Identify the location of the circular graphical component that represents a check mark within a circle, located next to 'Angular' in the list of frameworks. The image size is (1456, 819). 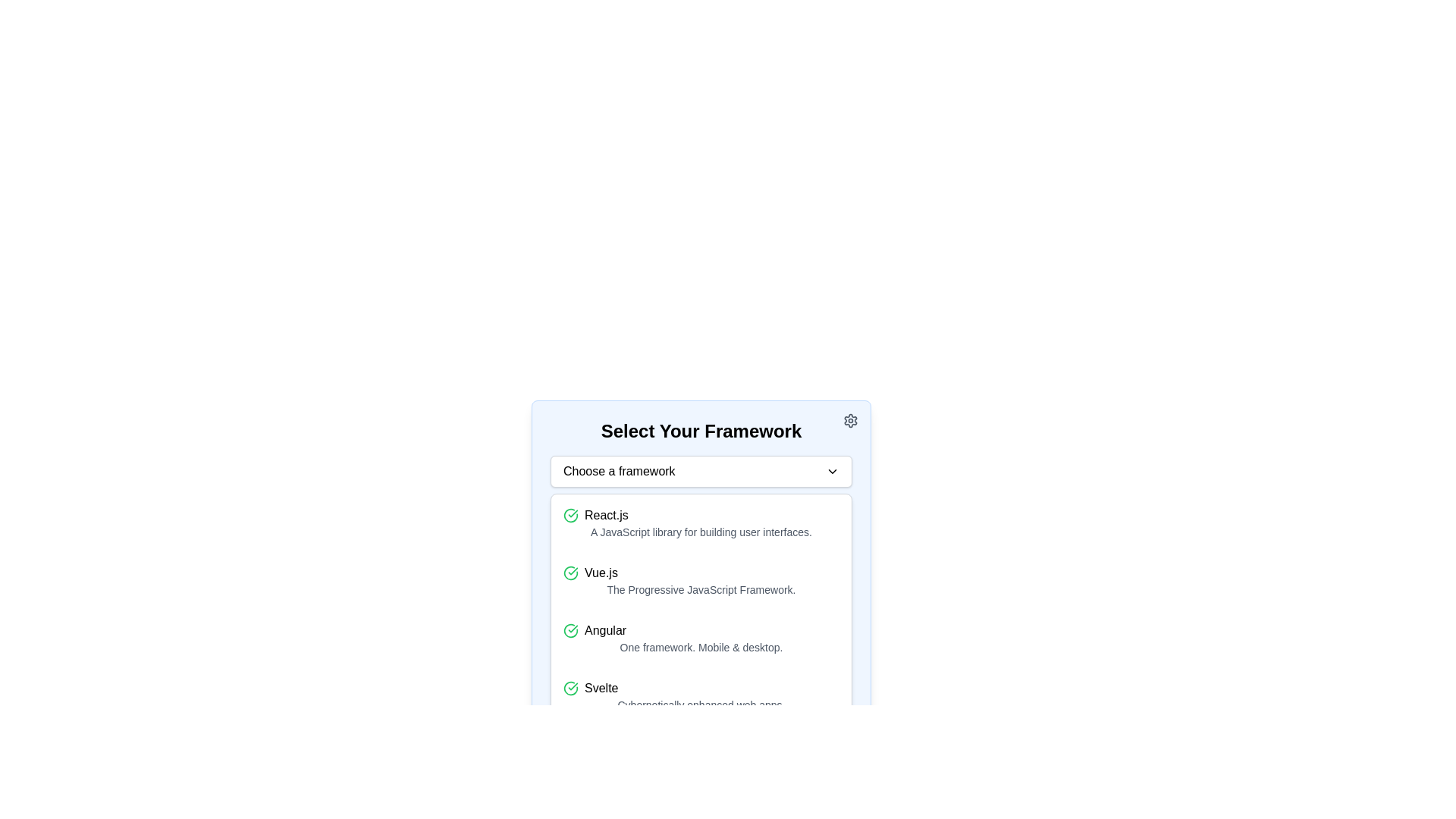
(570, 631).